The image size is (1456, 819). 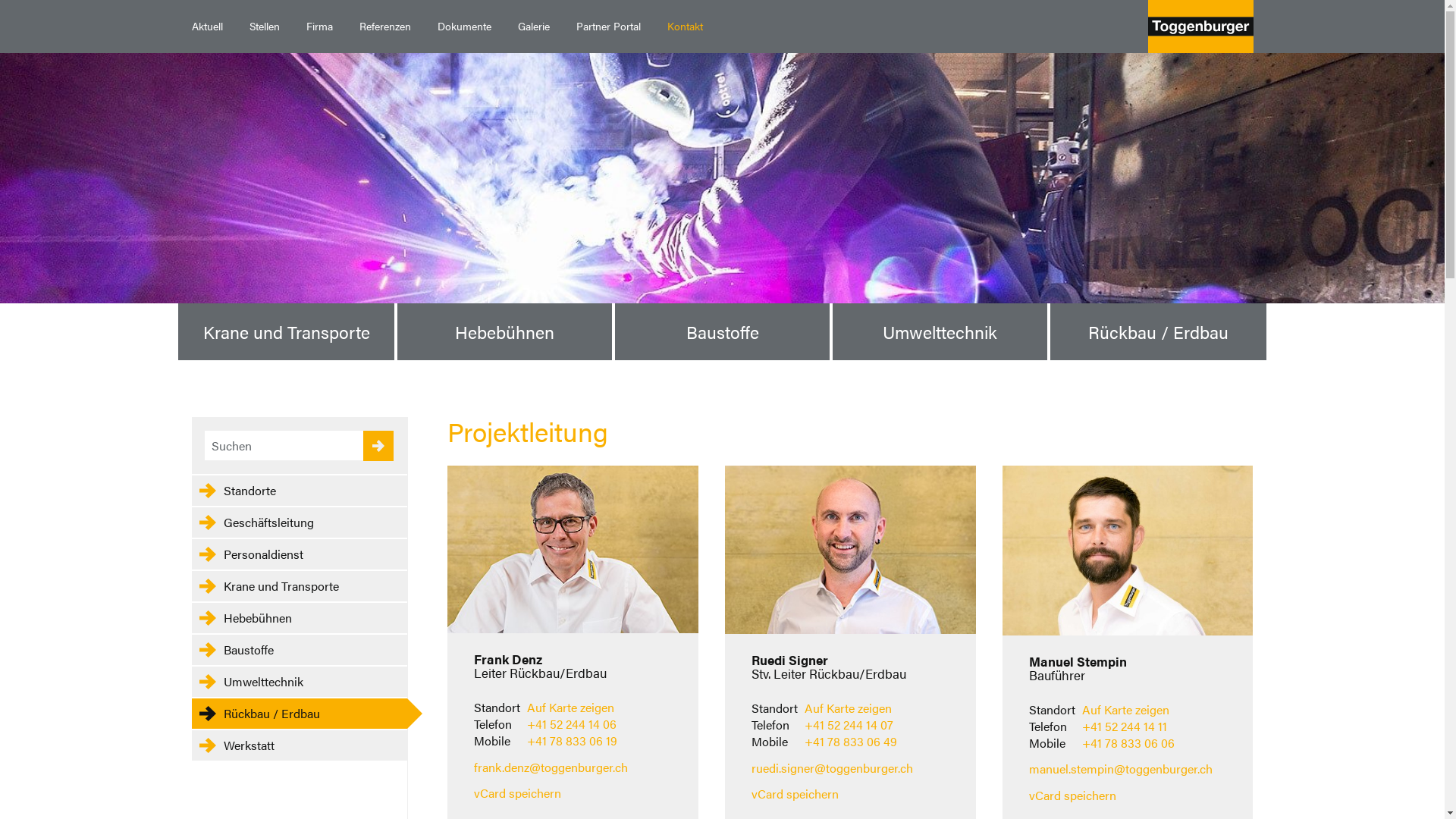 I want to click on 'Referenzen', so click(x=384, y=26).